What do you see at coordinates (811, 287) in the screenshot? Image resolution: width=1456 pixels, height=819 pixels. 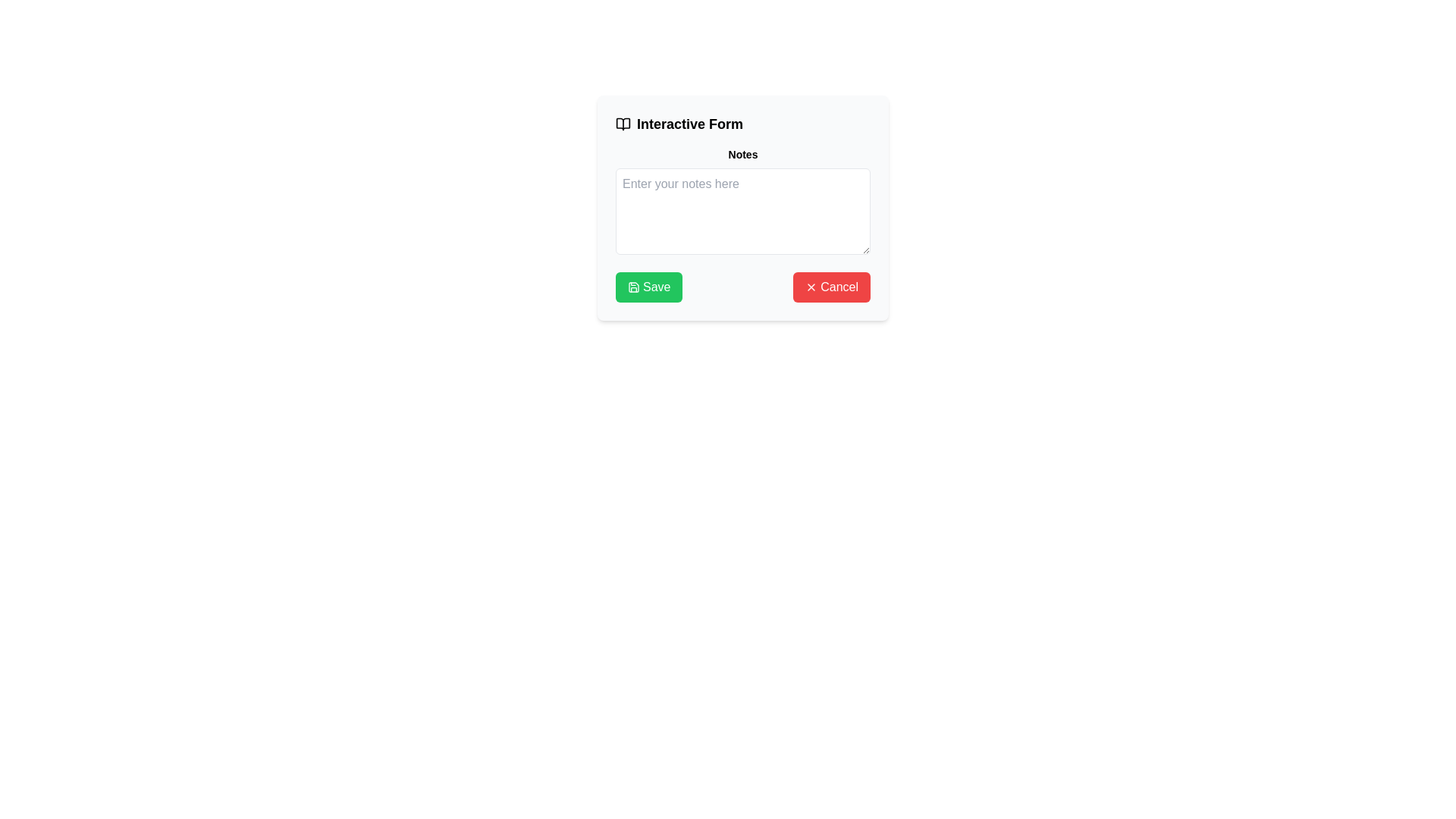 I see `the Cancel icon, which is located to the left of the 'Cancel' text label within the button at the bottom right corner of the form, to observe any visual hover effects` at bounding box center [811, 287].